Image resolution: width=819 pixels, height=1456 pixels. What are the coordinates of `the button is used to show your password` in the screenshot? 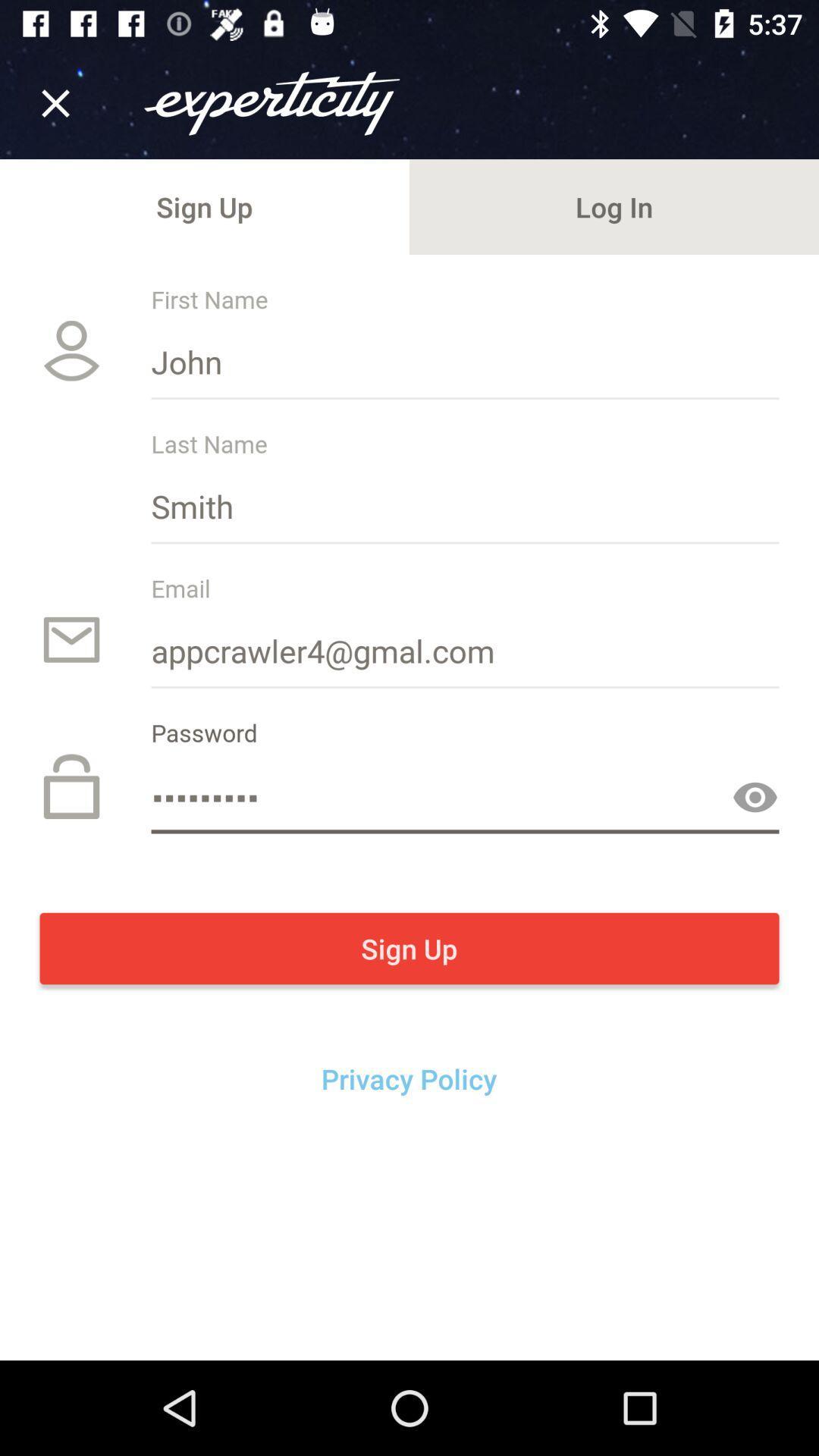 It's located at (755, 796).